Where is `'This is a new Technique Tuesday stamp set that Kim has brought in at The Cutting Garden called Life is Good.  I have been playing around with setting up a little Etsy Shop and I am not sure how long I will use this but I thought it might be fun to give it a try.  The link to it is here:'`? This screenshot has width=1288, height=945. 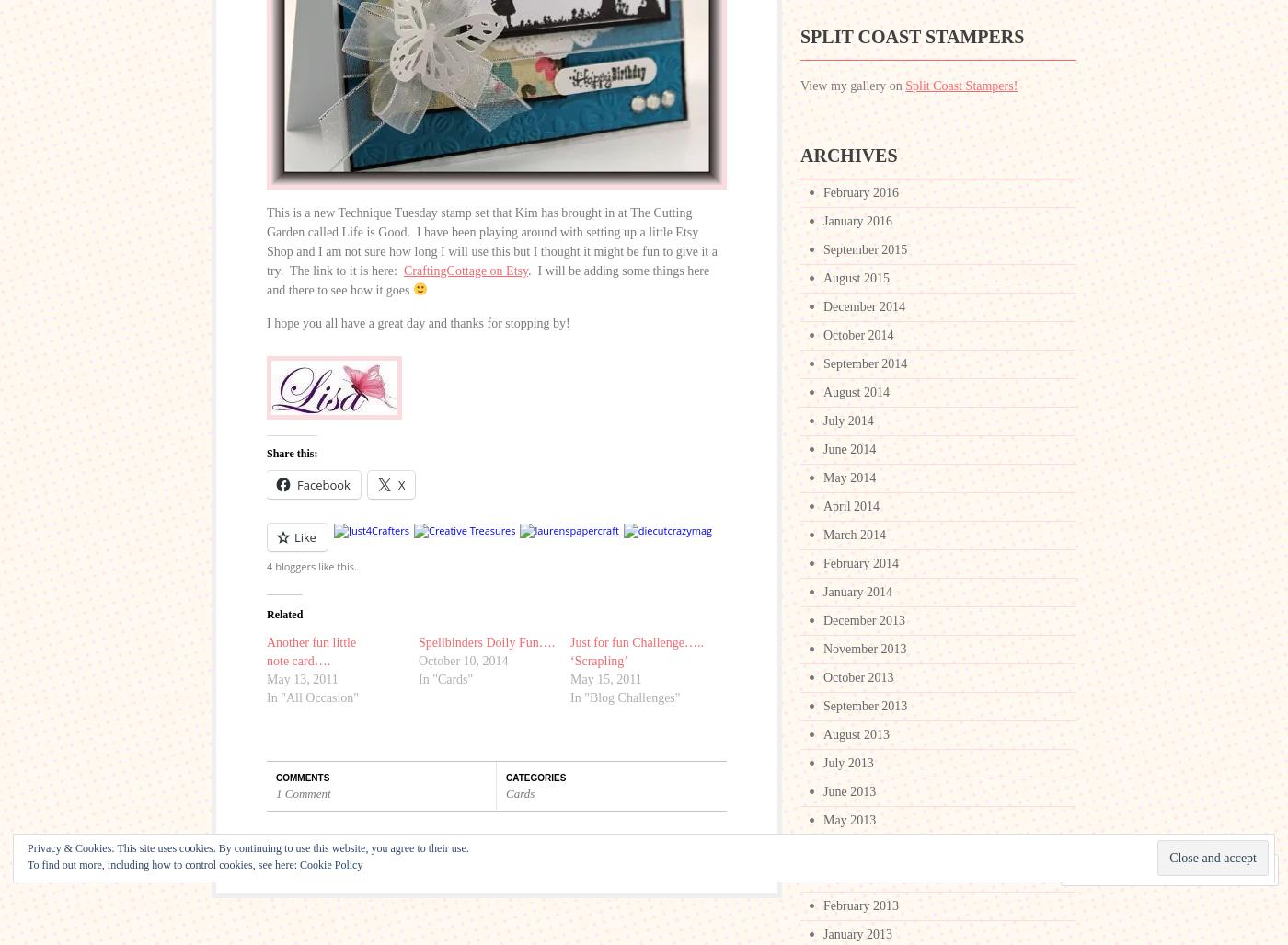 'This is a new Technique Tuesday stamp set that Kim has brought in at The Cutting Garden called Life is Good.  I have been playing around with setting up a little Etsy Shop and I am not sure how long I will use this but I thought it might be fun to give it a try.  The link to it is here:' is located at coordinates (491, 242).